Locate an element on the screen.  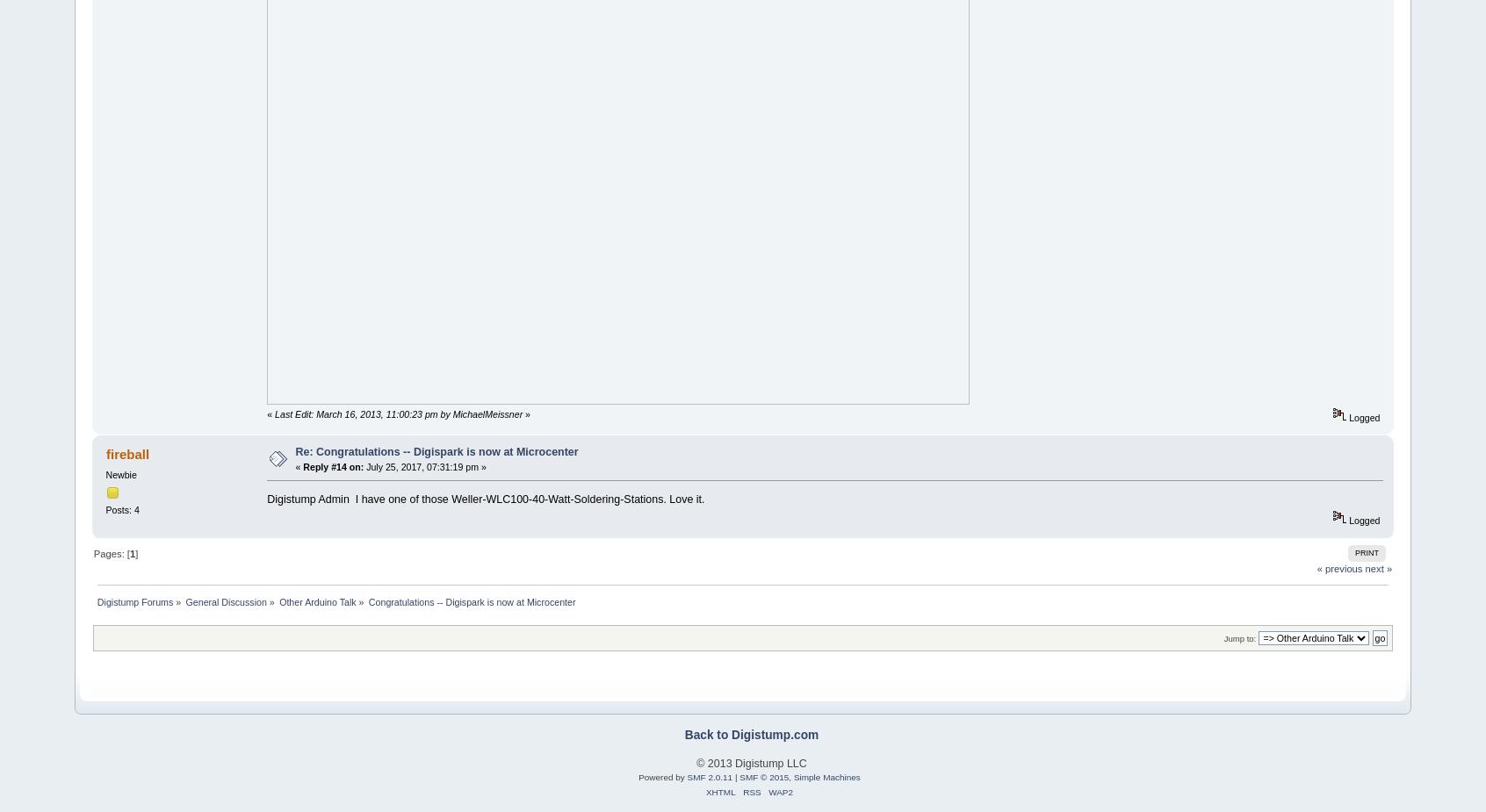
'Other Arduino Talk' is located at coordinates (278, 600).